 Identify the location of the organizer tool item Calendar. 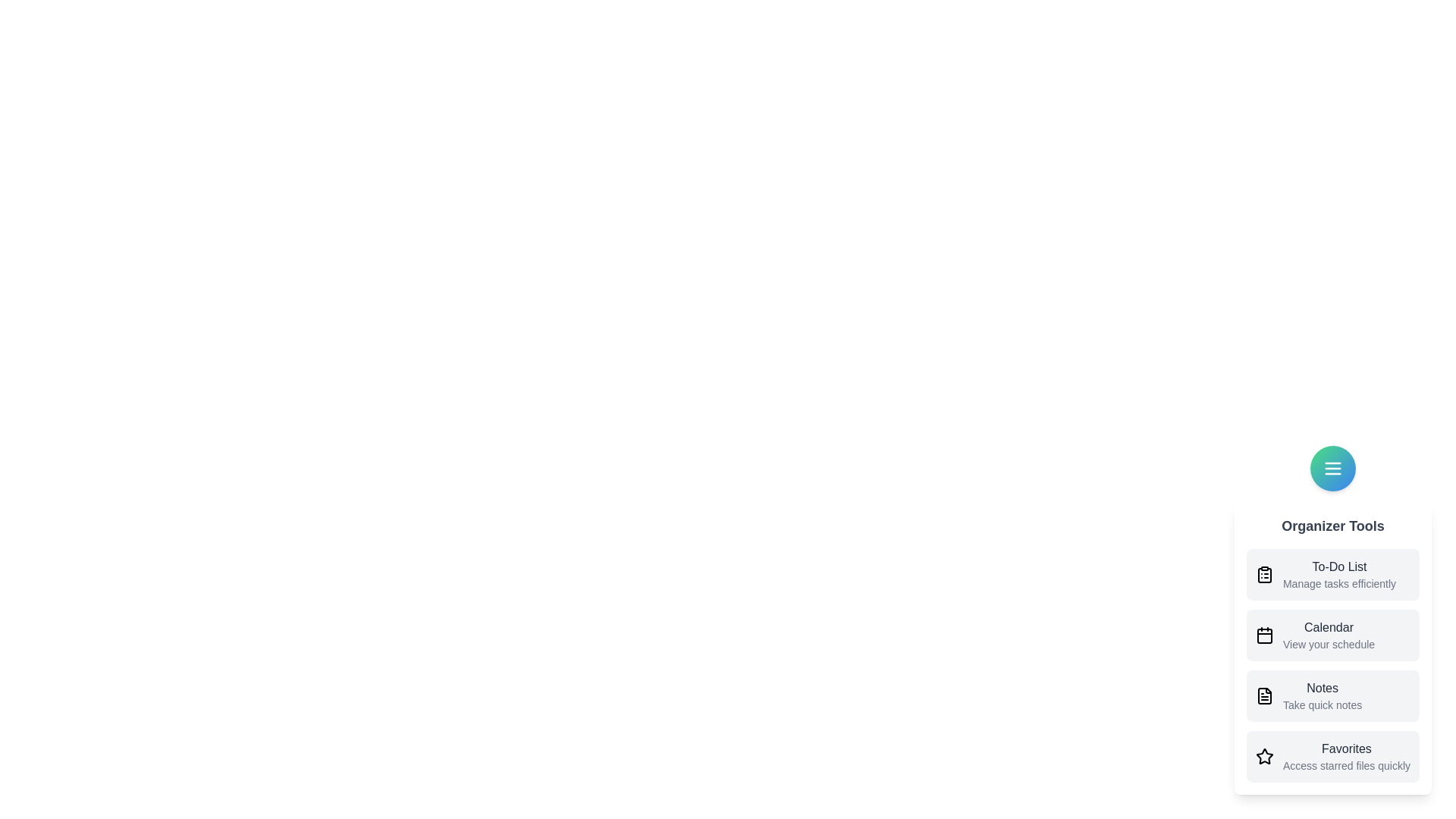
(1332, 635).